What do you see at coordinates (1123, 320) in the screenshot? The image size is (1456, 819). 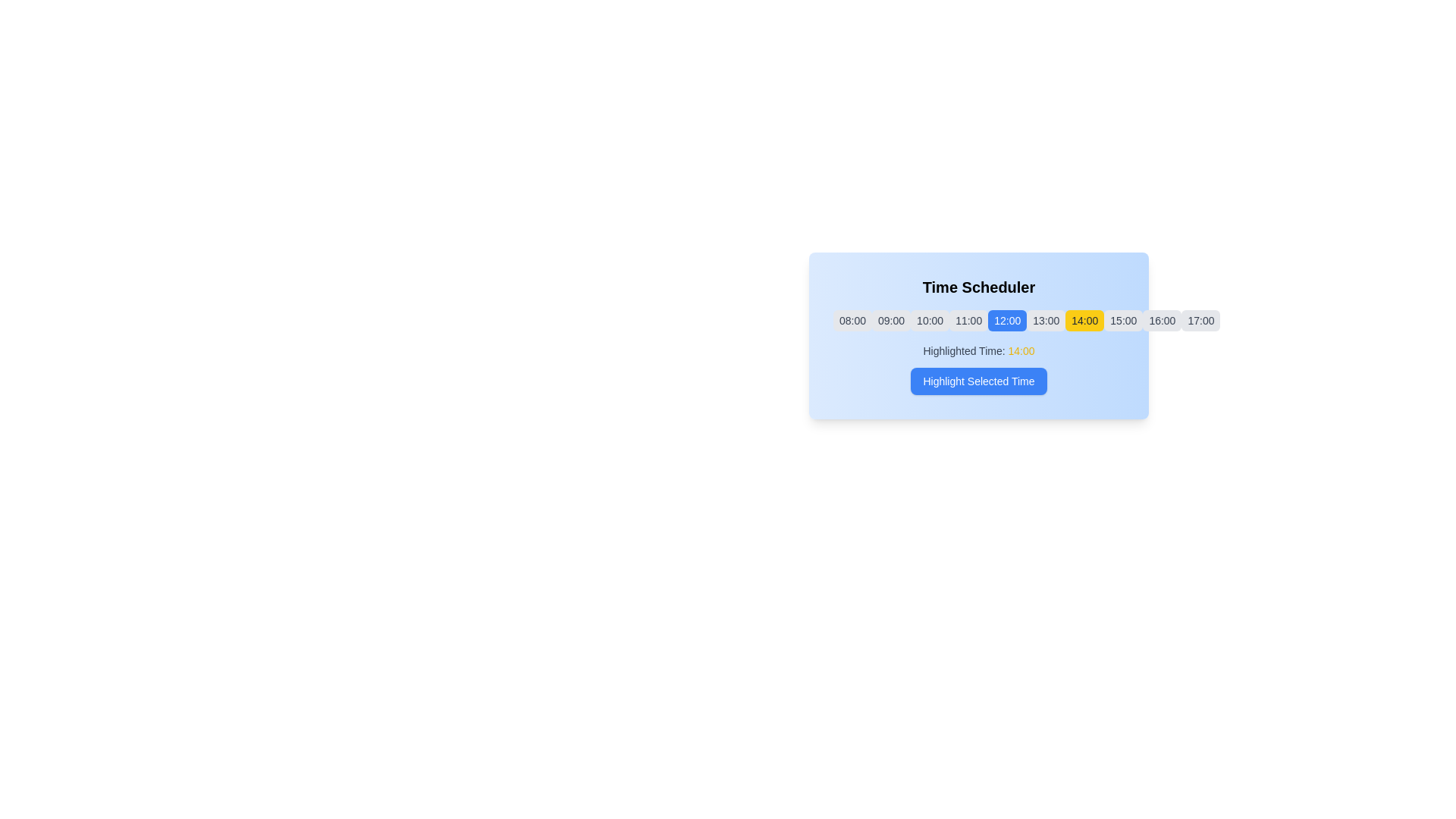 I see `the eighth time selection button labeled '15:00'` at bounding box center [1123, 320].